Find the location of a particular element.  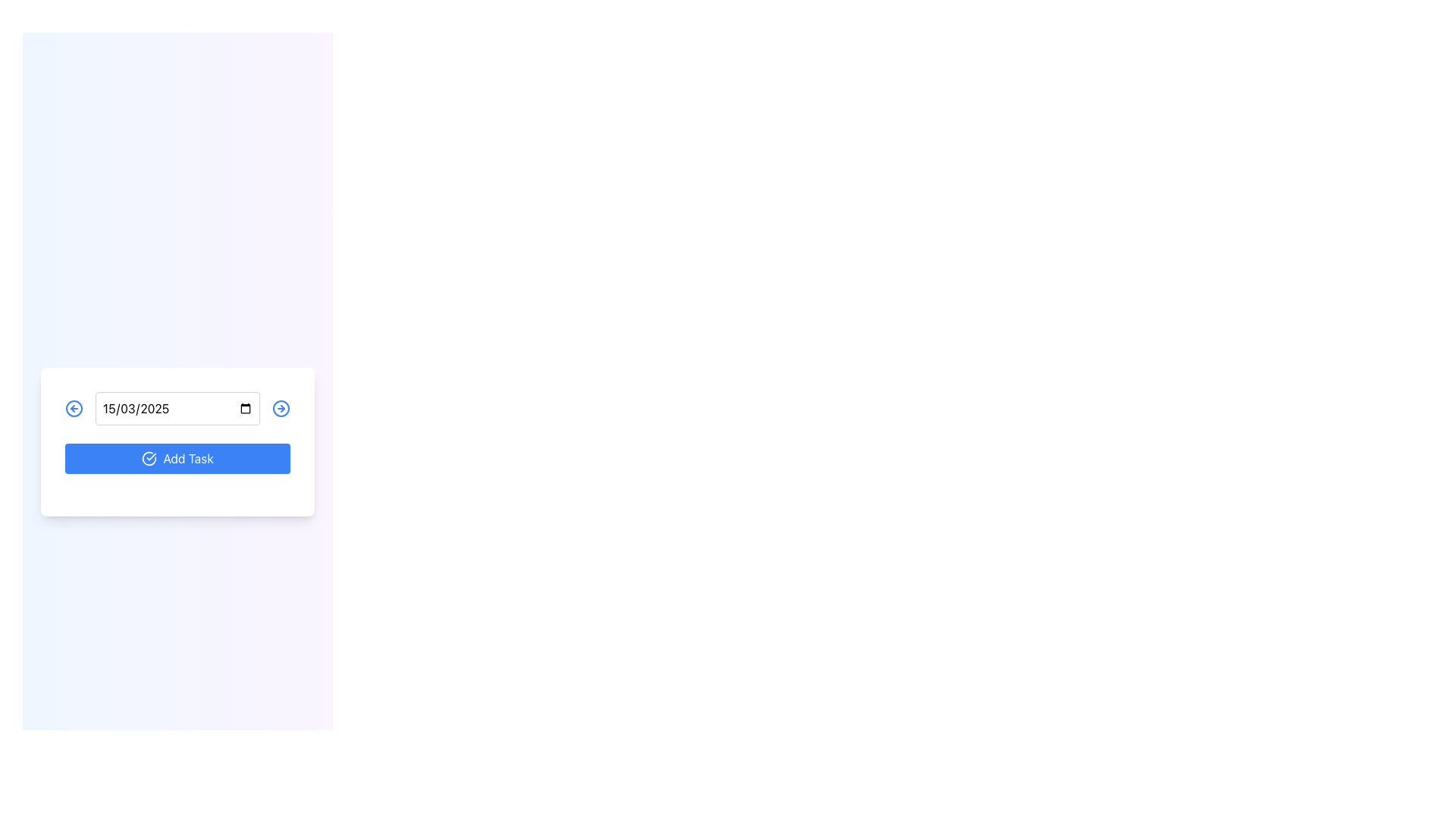

the circular arrow icon button with a blue outline, located on the left side of the user interface is located at coordinates (73, 408).